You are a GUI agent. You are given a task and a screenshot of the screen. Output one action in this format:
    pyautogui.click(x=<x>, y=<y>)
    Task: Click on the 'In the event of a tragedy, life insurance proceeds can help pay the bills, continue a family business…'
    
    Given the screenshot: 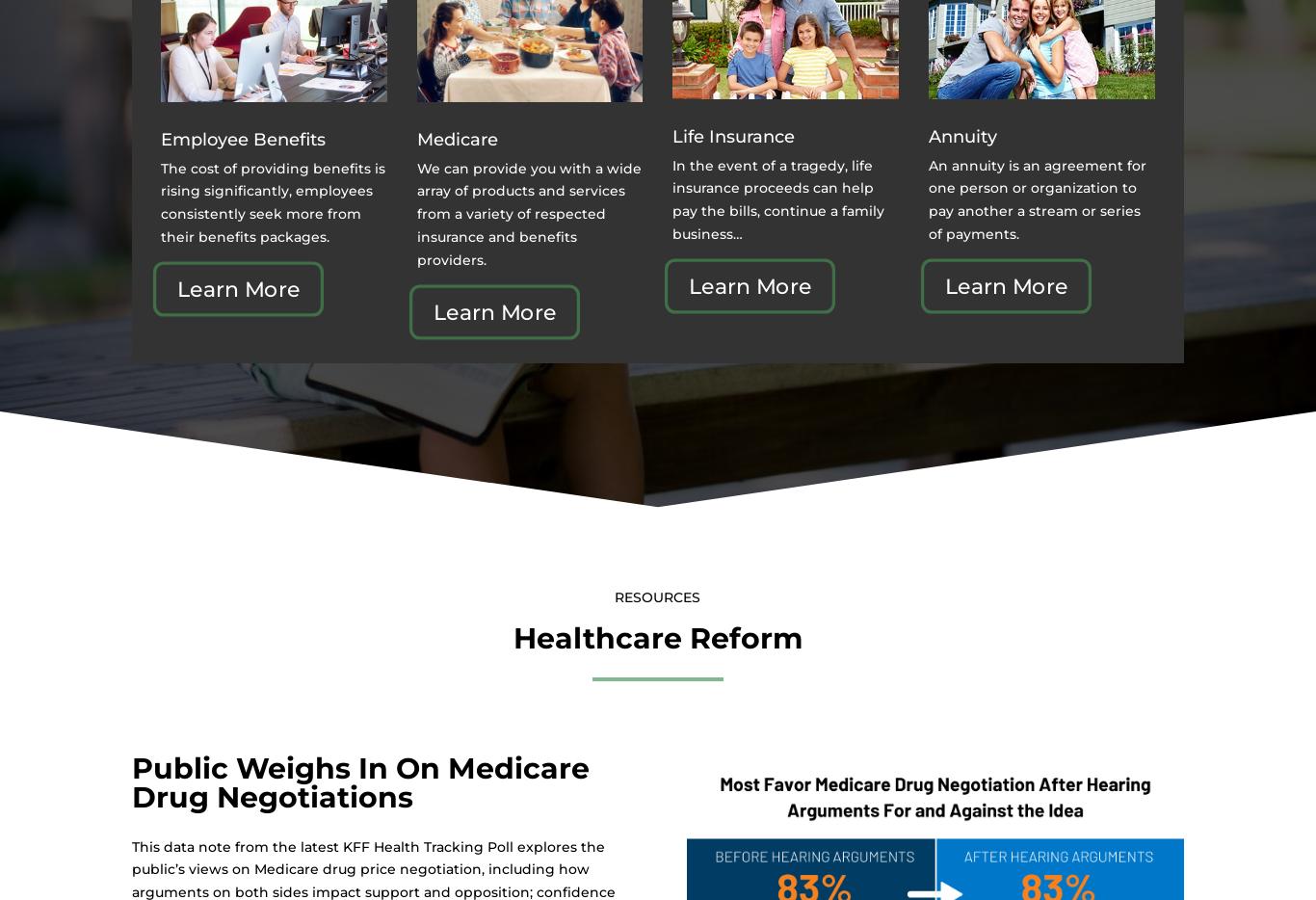 What is the action you would take?
    pyautogui.click(x=776, y=198)
    